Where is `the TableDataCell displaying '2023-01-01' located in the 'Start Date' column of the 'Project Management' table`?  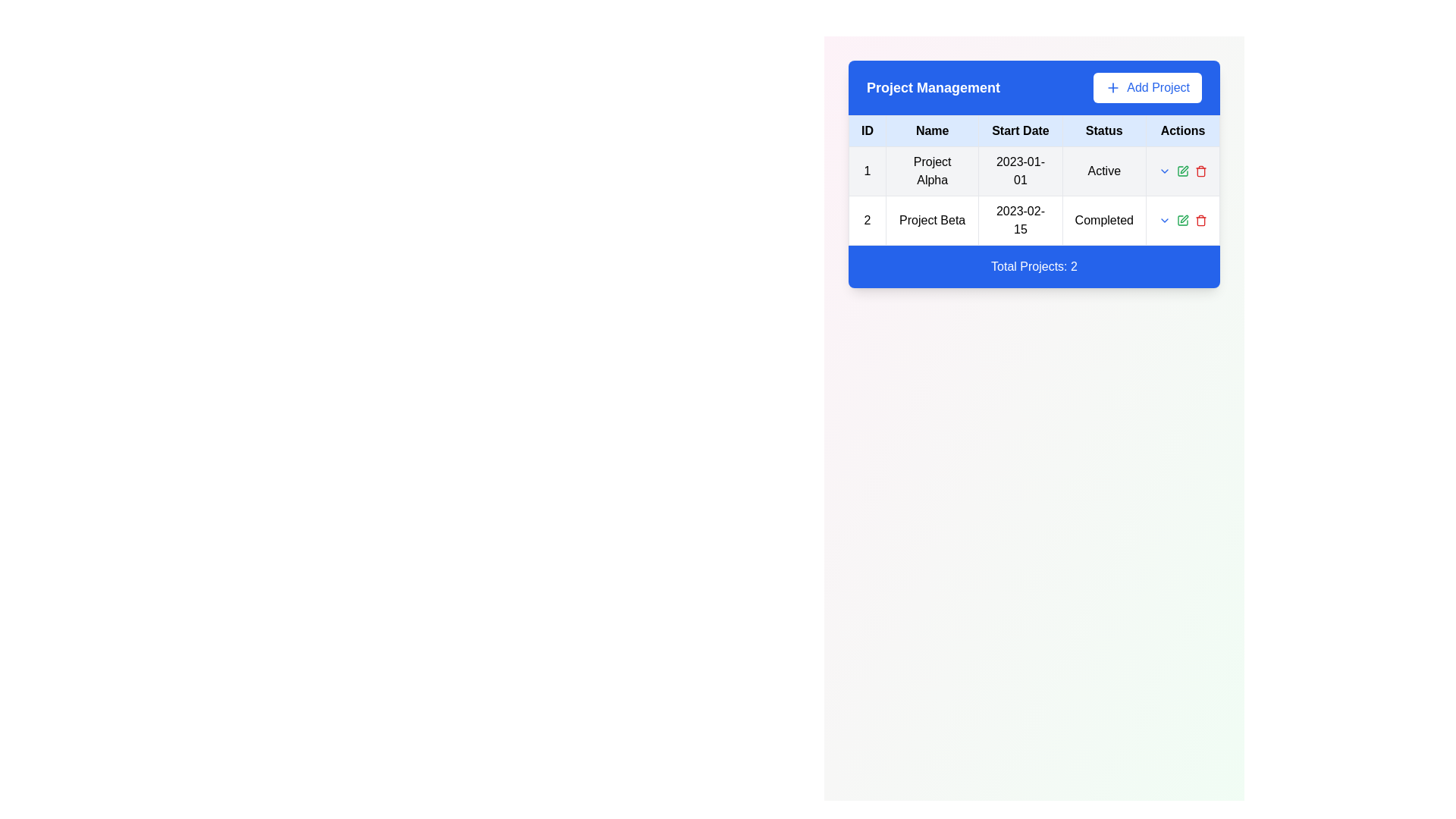 the TableDataCell displaying '2023-01-01' located in the 'Start Date' column of the 'Project Management' table is located at coordinates (1020, 171).